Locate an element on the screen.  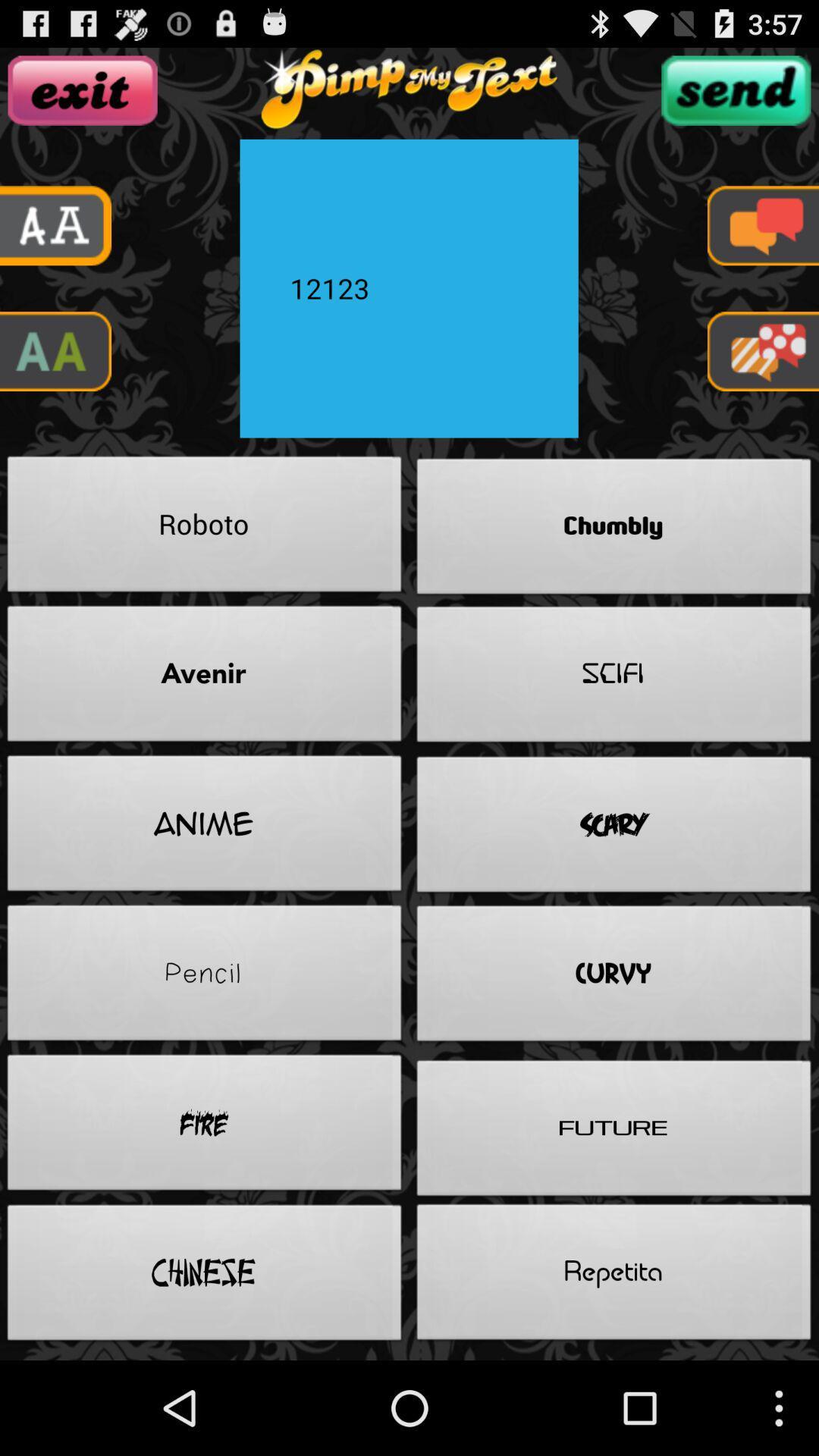
send message is located at coordinates (735, 89).